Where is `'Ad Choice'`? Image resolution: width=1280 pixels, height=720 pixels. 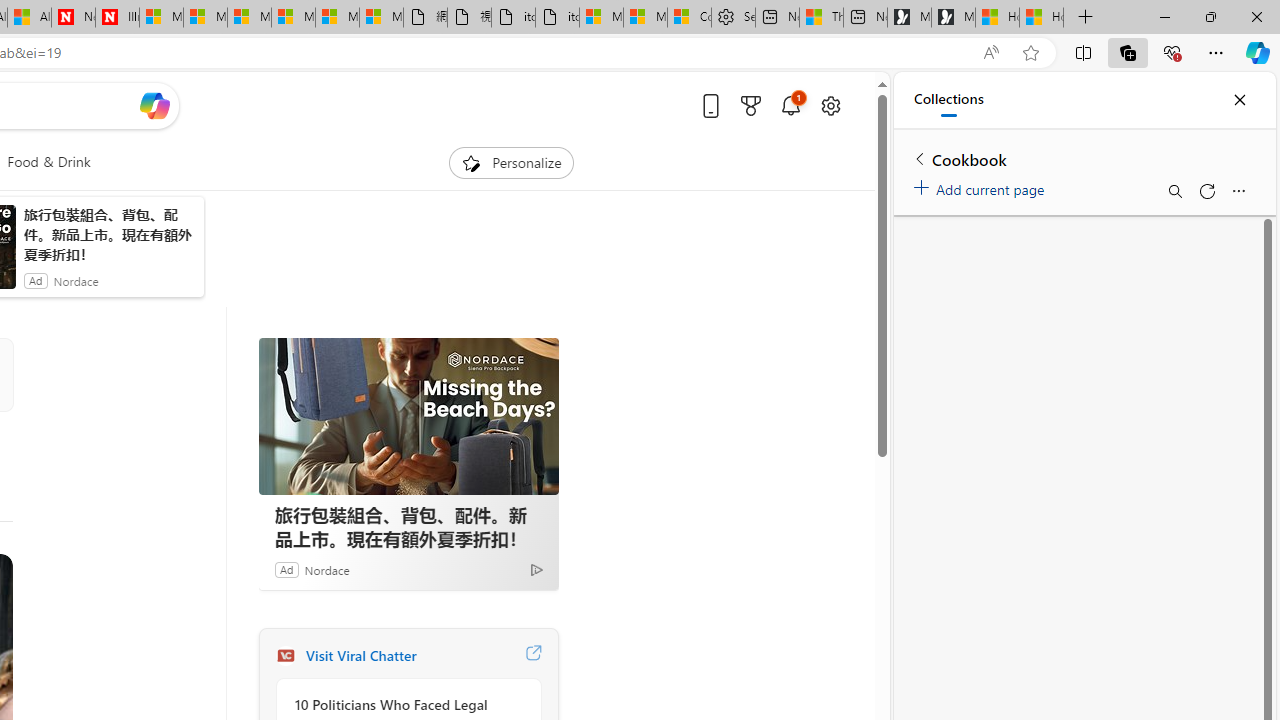
'Ad Choice' is located at coordinates (536, 569).